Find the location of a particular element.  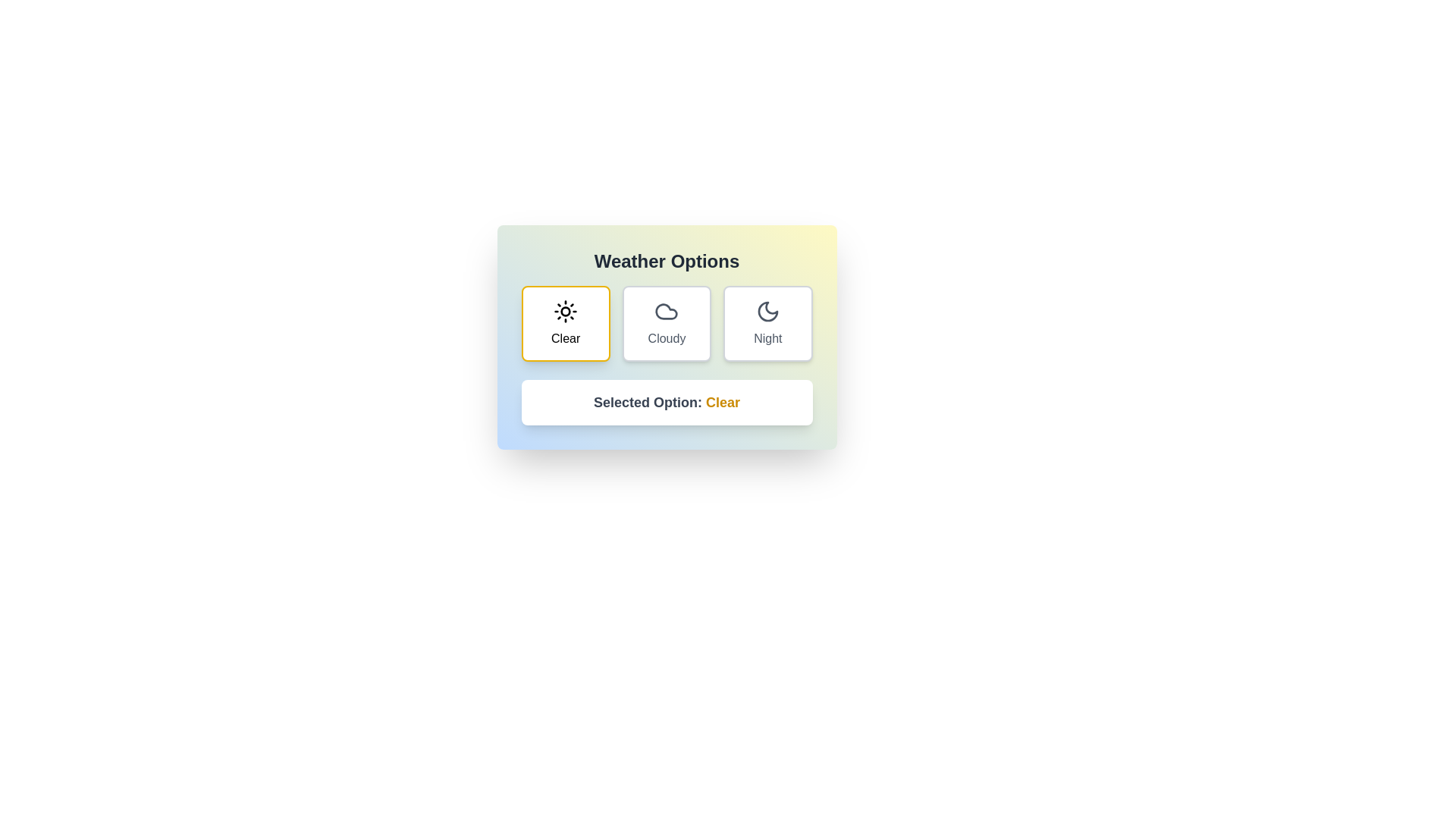

text content of the label displaying 'Clear' within the weather options card, which is located on the leftmost side of the three-icon weather selection interface is located at coordinates (565, 338).